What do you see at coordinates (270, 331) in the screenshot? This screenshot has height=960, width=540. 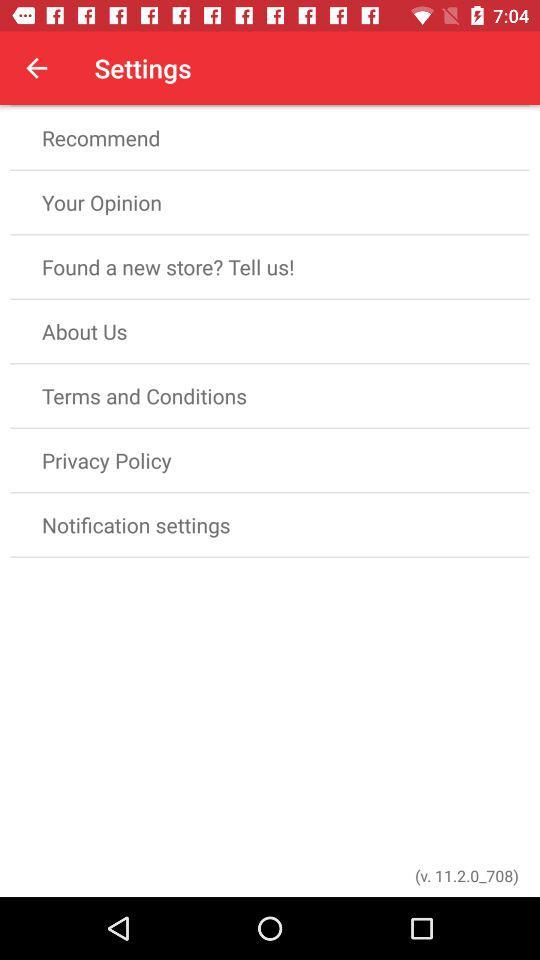 I see `item below the found a new item` at bounding box center [270, 331].